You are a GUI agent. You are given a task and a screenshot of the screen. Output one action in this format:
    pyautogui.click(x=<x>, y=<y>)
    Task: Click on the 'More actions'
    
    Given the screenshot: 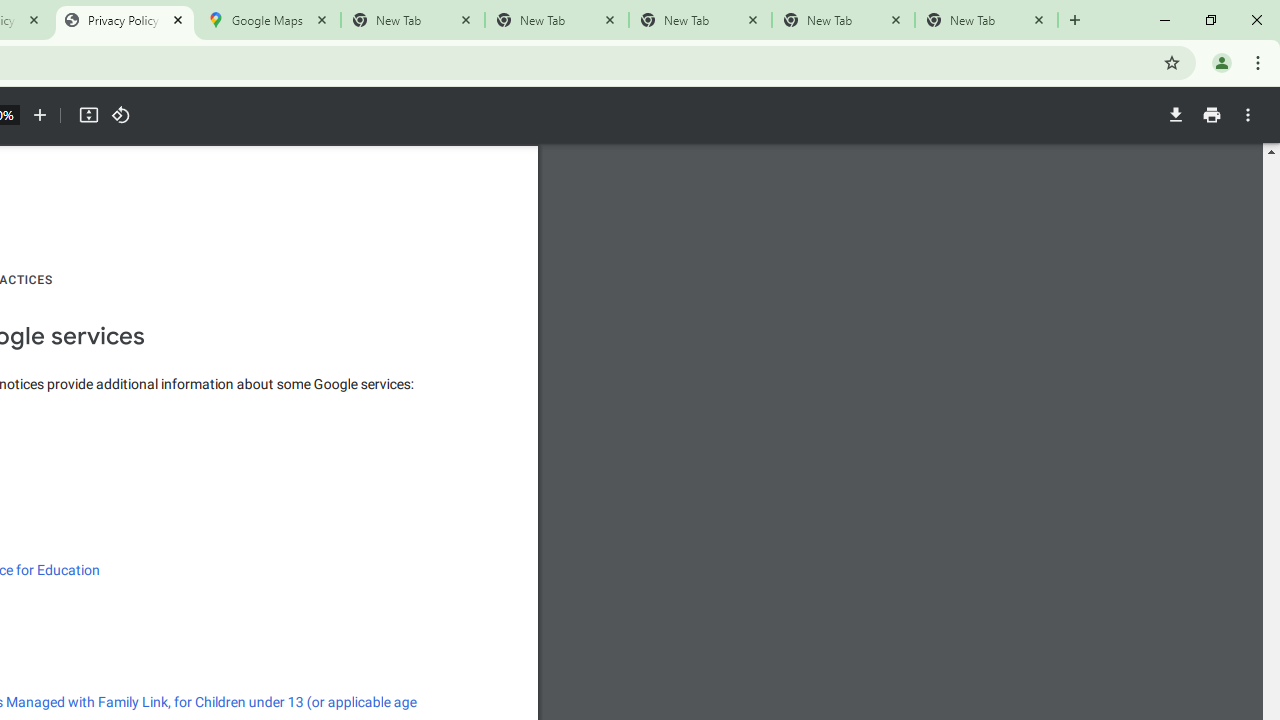 What is the action you would take?
    pyautogui.click(x=1247, y=115)
    